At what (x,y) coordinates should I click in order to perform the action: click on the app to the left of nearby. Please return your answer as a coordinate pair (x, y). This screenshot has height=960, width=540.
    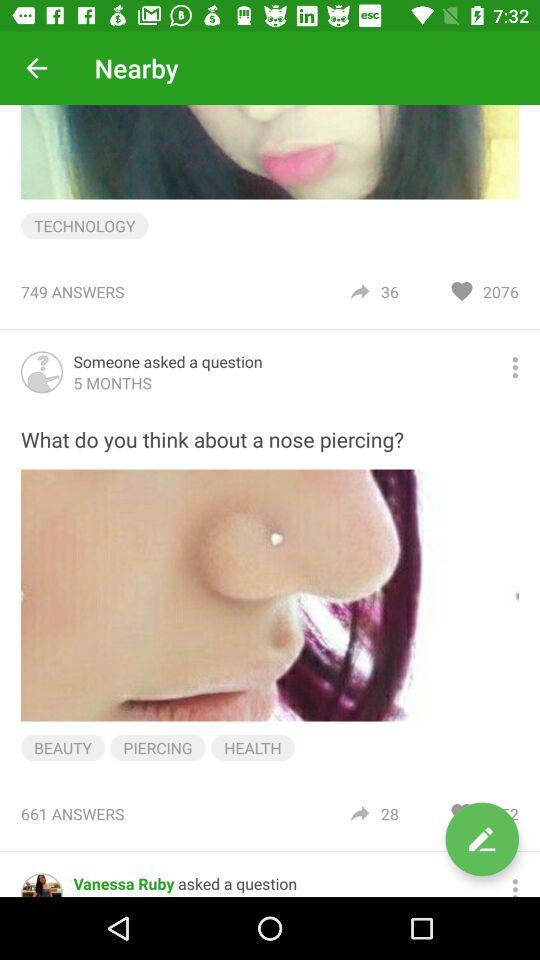
    Looking at the image, I should click on (36, 68).